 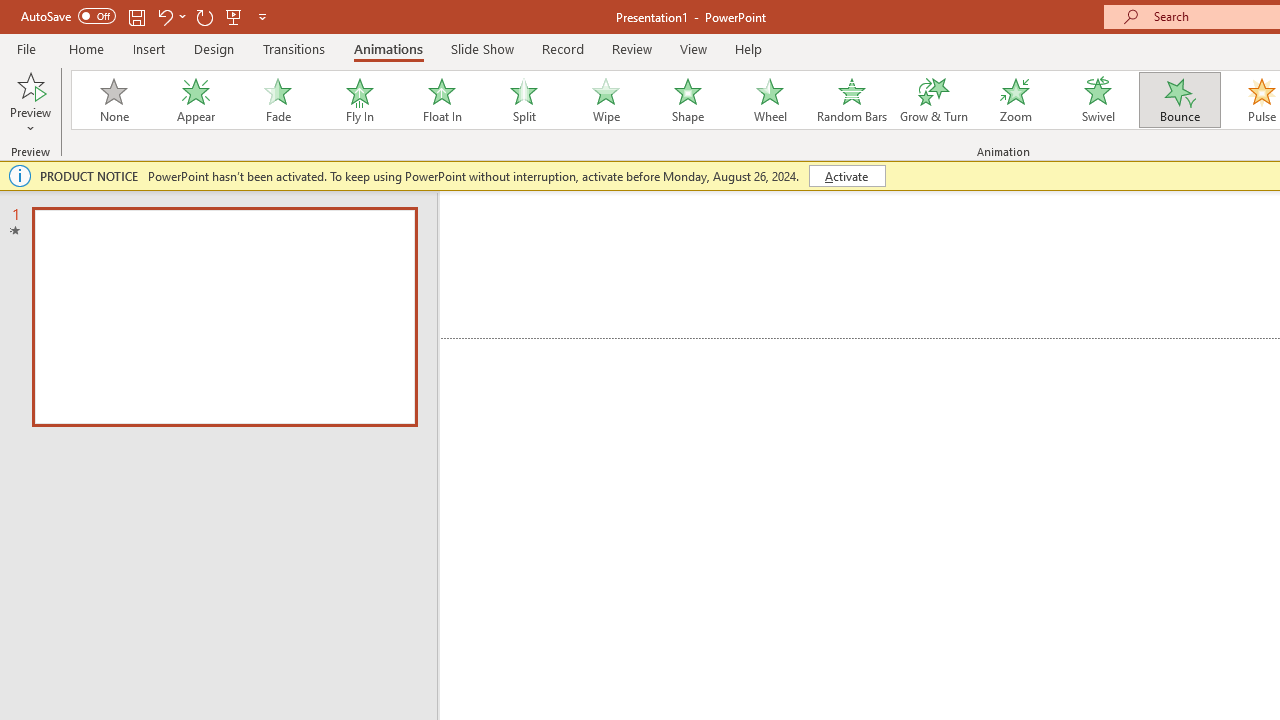 I want to click on 'Appear', so click(x=195, y=100).